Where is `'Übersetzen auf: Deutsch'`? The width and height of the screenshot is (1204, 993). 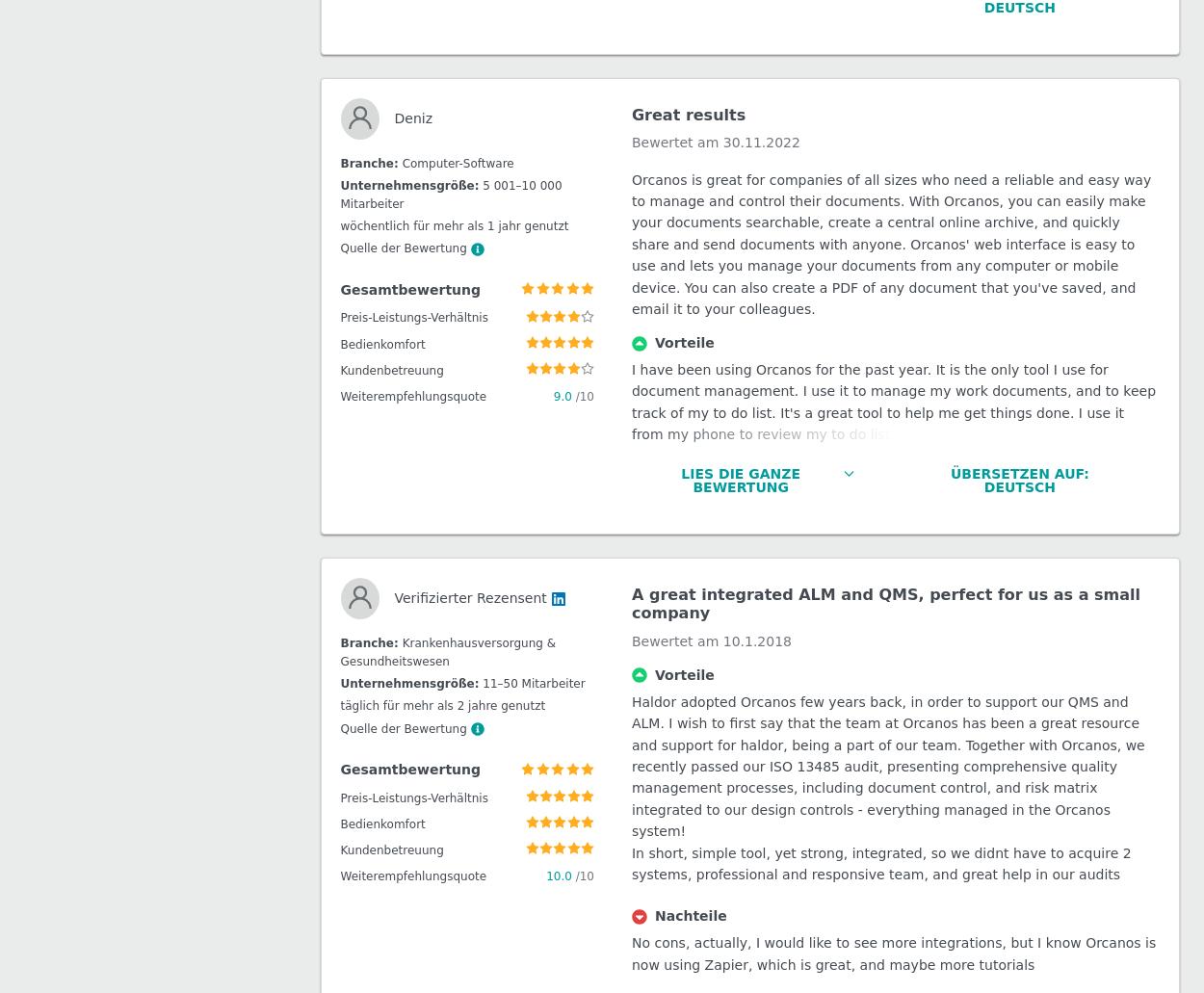 'Übersetzen auf: Deutsch' is located at coordinates (1019, 75).